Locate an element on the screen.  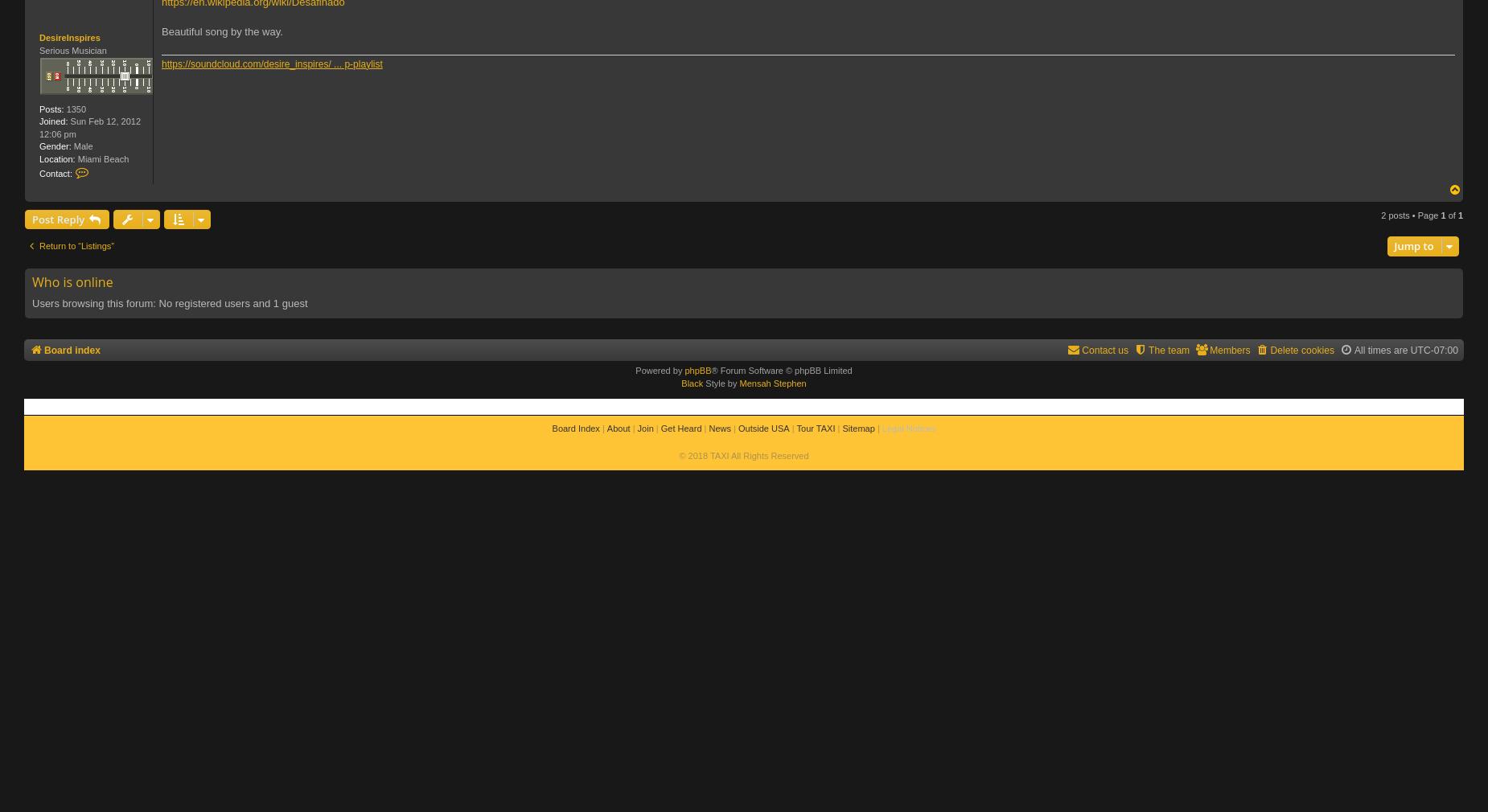
'Style by' is located at coordinates (721, 383).